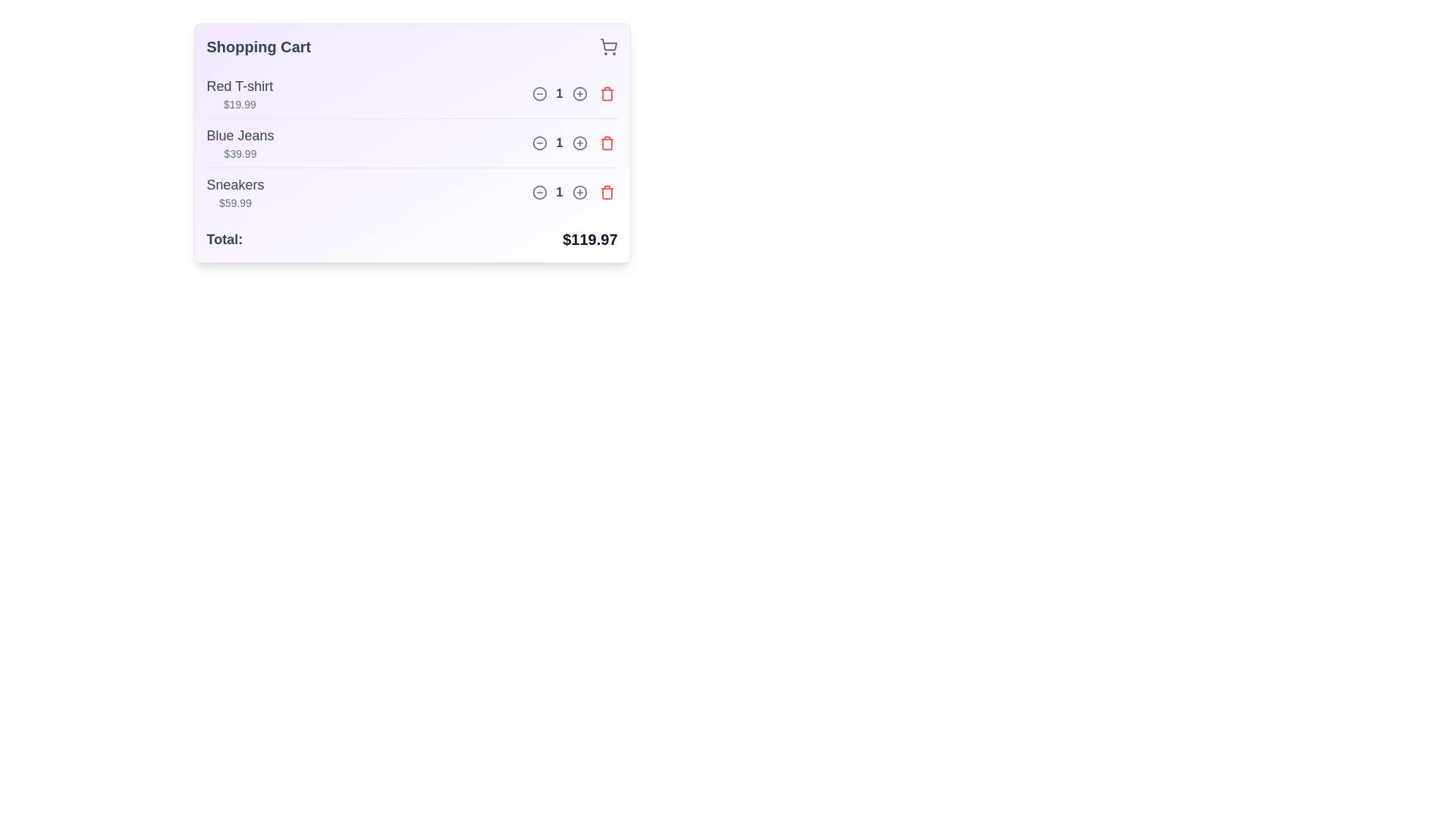  What do you see at coordinates (539, 143) in the screenshot?
I see `the decrement icon for the 'Blue Jeans' item in the shopping cart interface, which indicates a removal operation for the associated item` at bounding box center [539, 143].